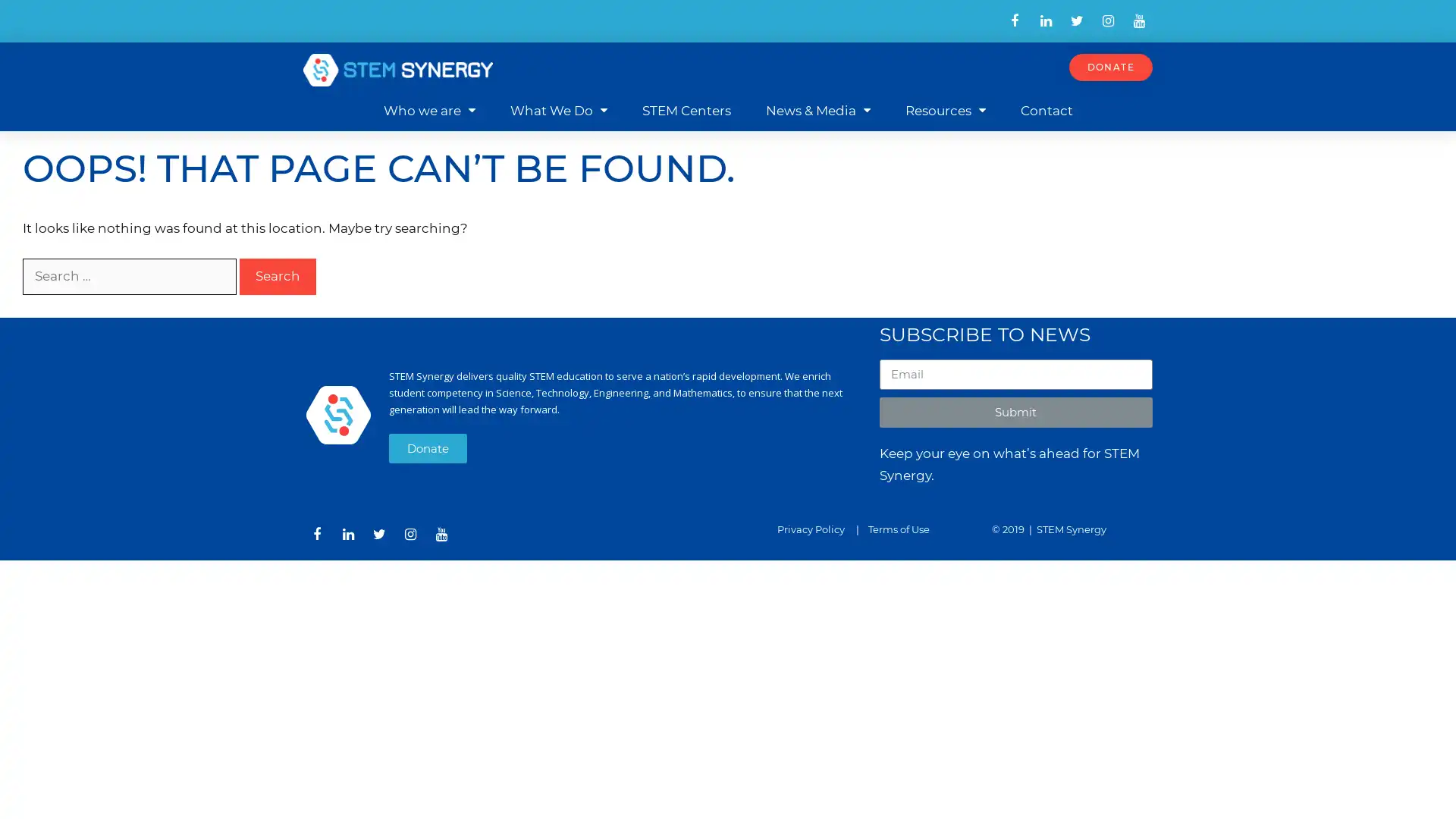 The image size is (1456, 819). Describe the element at coordinates (278, 276) in the screenshot. I see `Search` at that location.